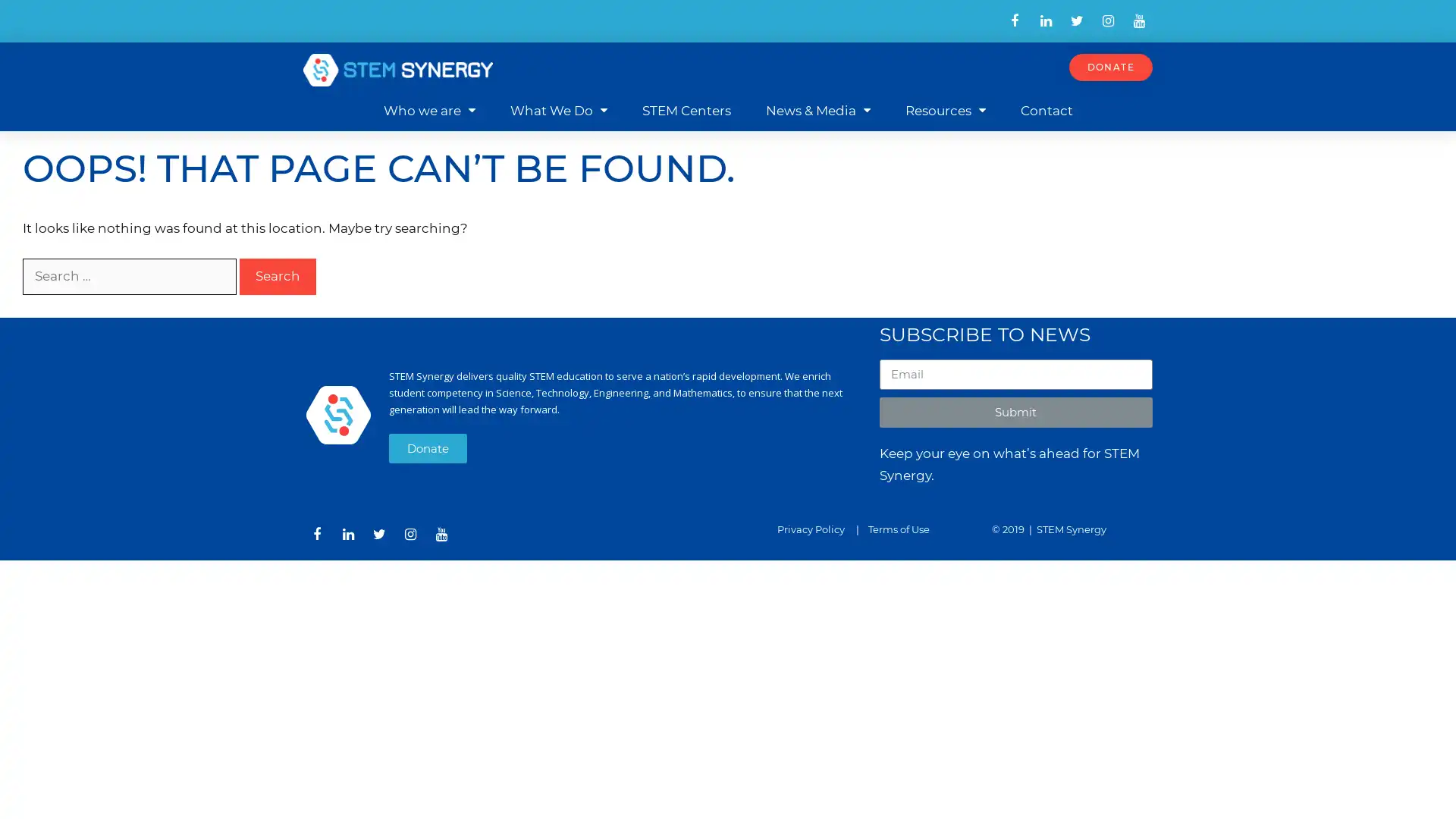 The image size is (1456, 819). Describe the element at coordinates (278, 276) in the screenshot. I see `Search` at that location.